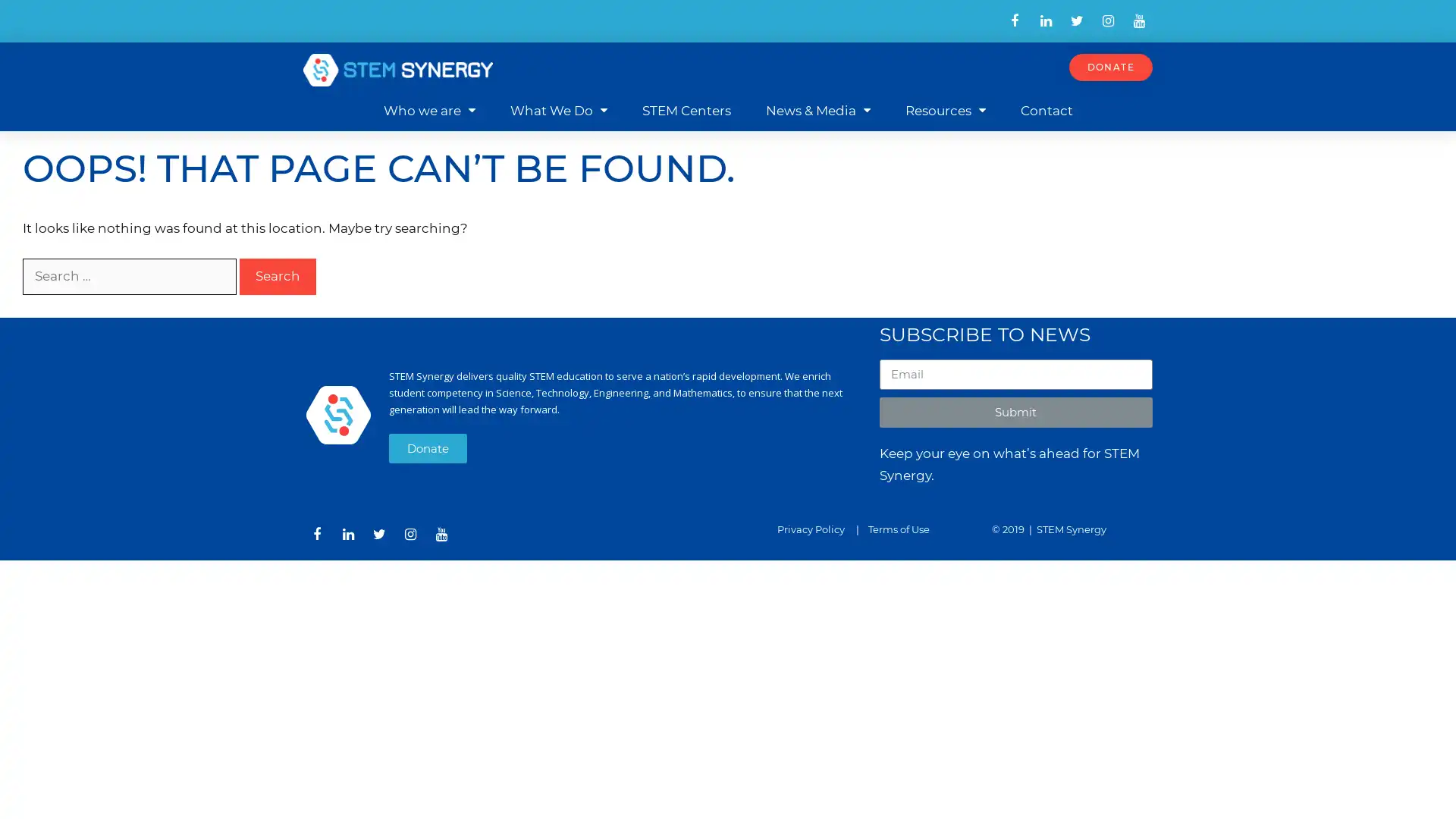 The image size is (1456, 819). Describe the element at coordinates (278, 276) in the screenshot. I see `Search` at that location.